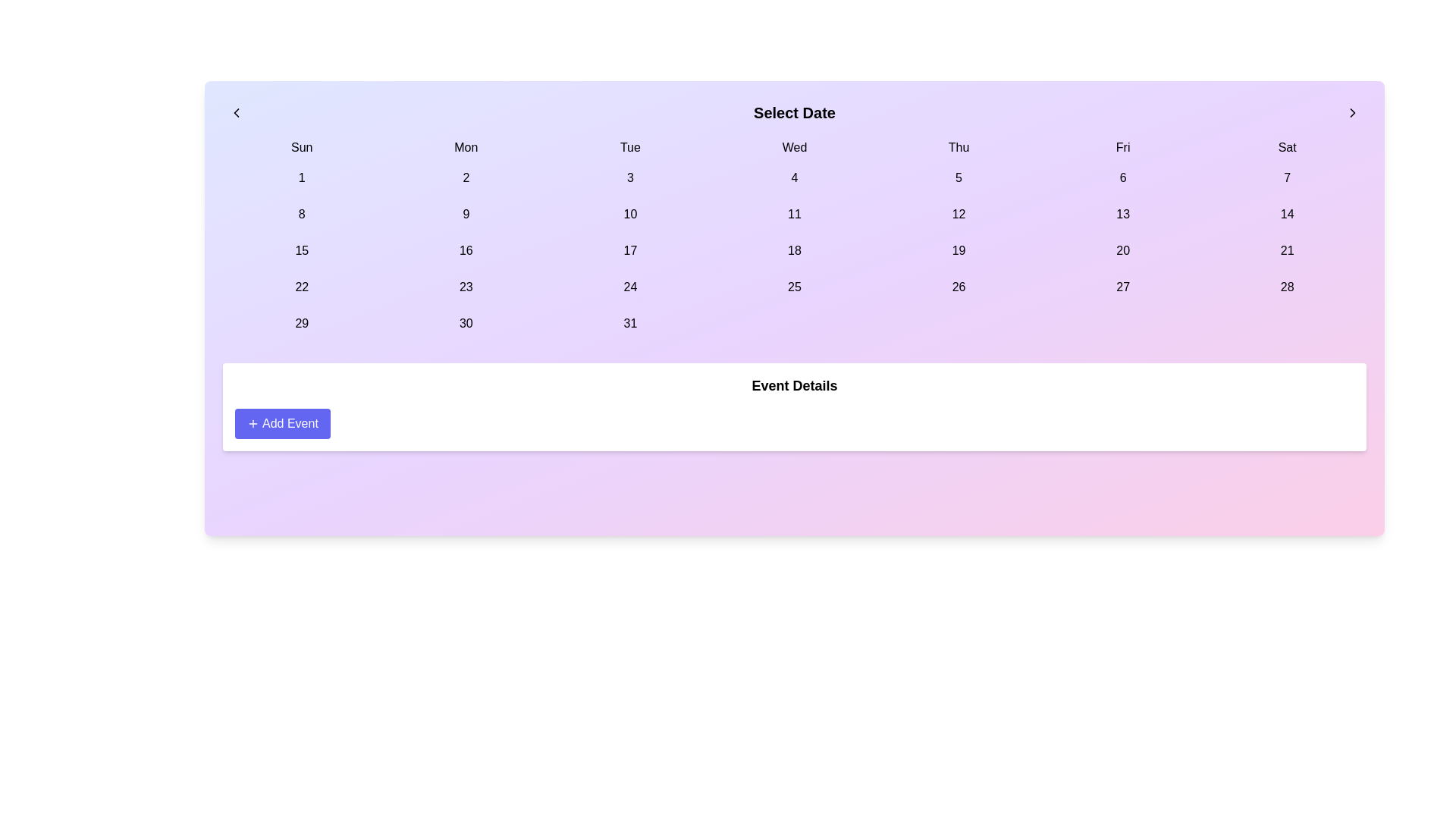  What do you see at coordinates (1286, 214) in the screenshot?
I see `the date selector button for the 14th day in the calendar grid located in the 'Sat' column, second row from the top` at bounding box center [1286, 214].